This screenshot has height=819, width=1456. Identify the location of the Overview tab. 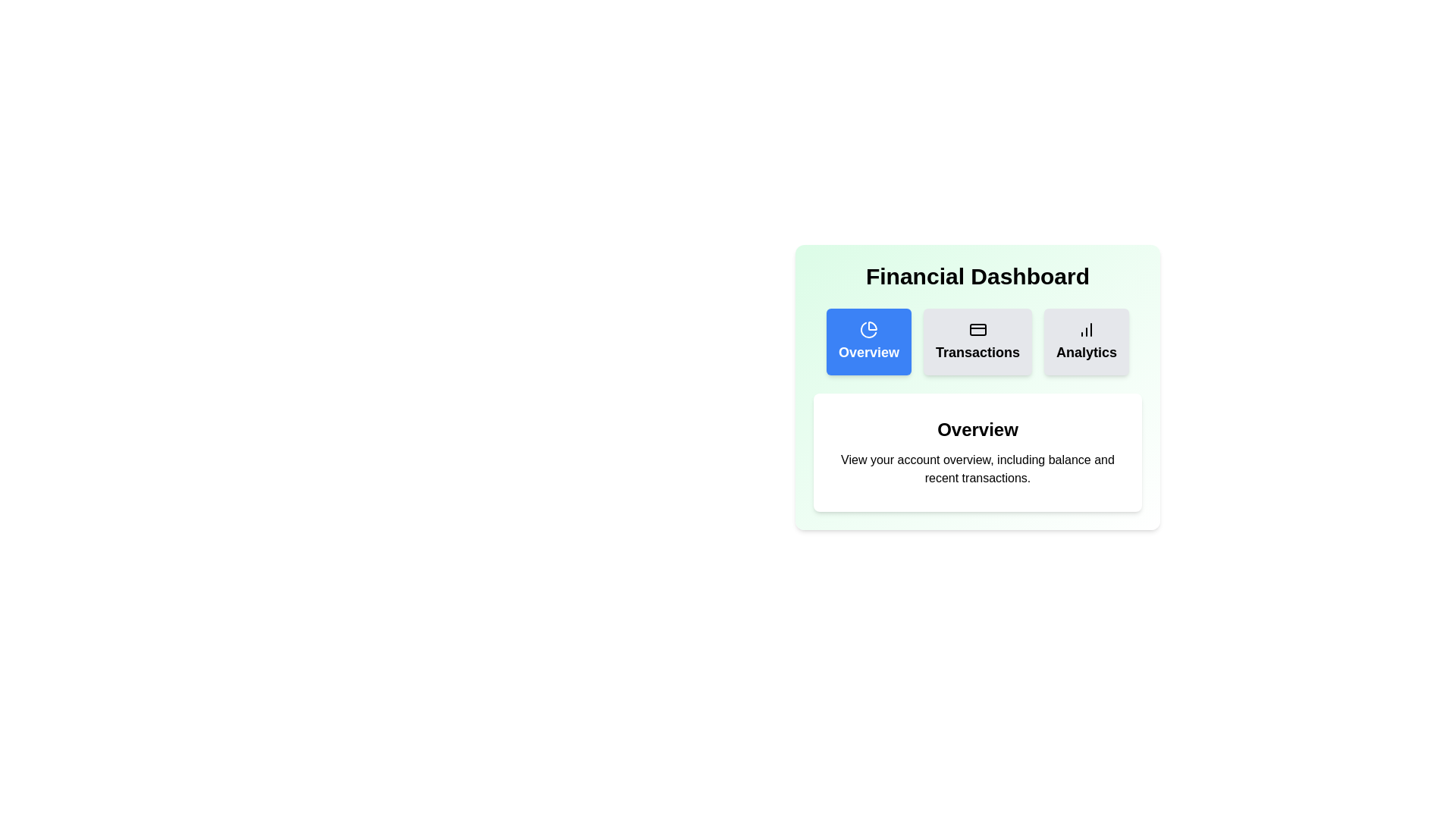
(868, 342).